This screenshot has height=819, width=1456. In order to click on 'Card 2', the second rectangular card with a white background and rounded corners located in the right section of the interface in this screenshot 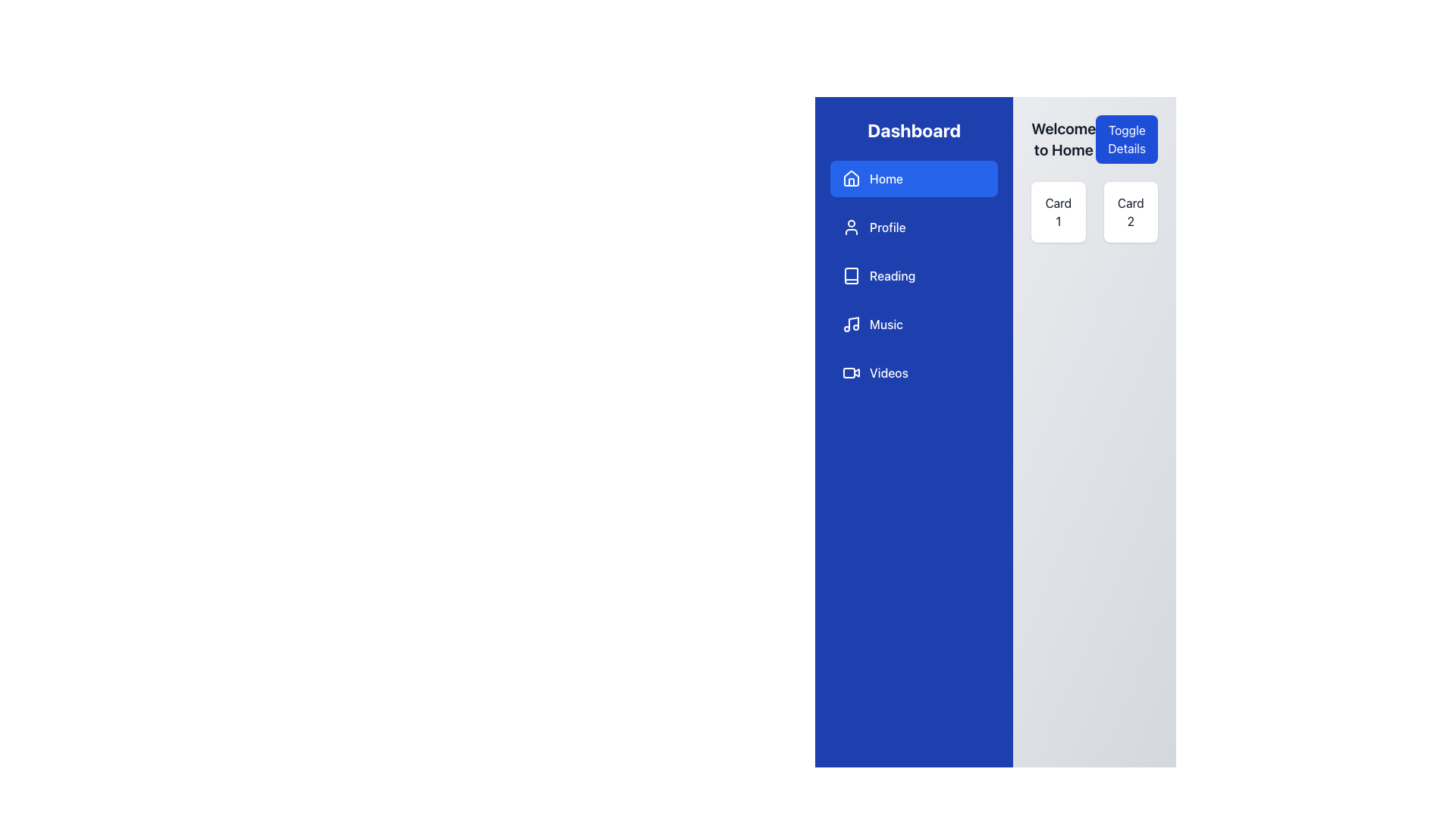, I will do `click(1131, 212)`.